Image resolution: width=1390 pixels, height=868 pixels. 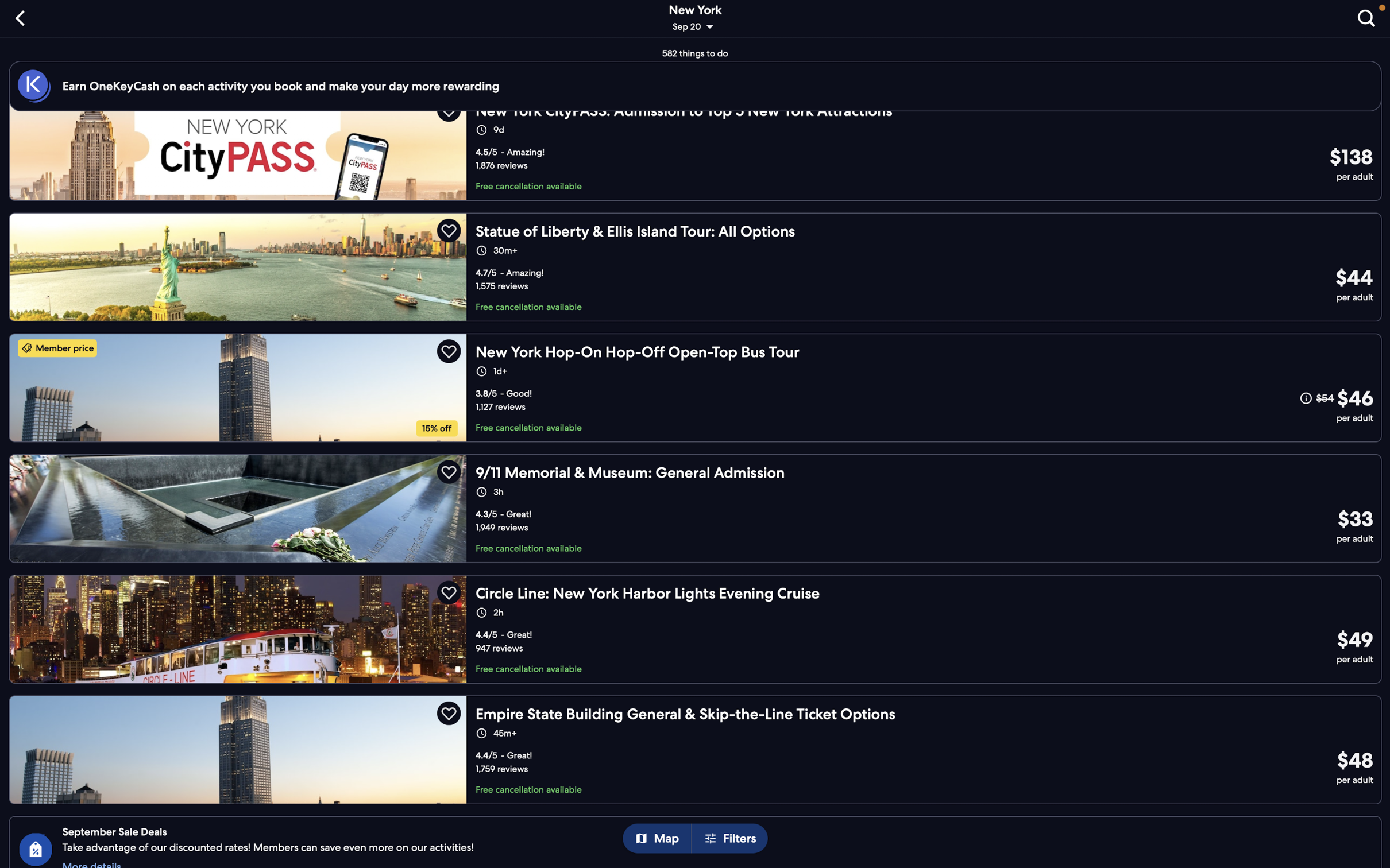 I want to click on To get further details, press the "memorial tour" button, so click(x=695, y=507).